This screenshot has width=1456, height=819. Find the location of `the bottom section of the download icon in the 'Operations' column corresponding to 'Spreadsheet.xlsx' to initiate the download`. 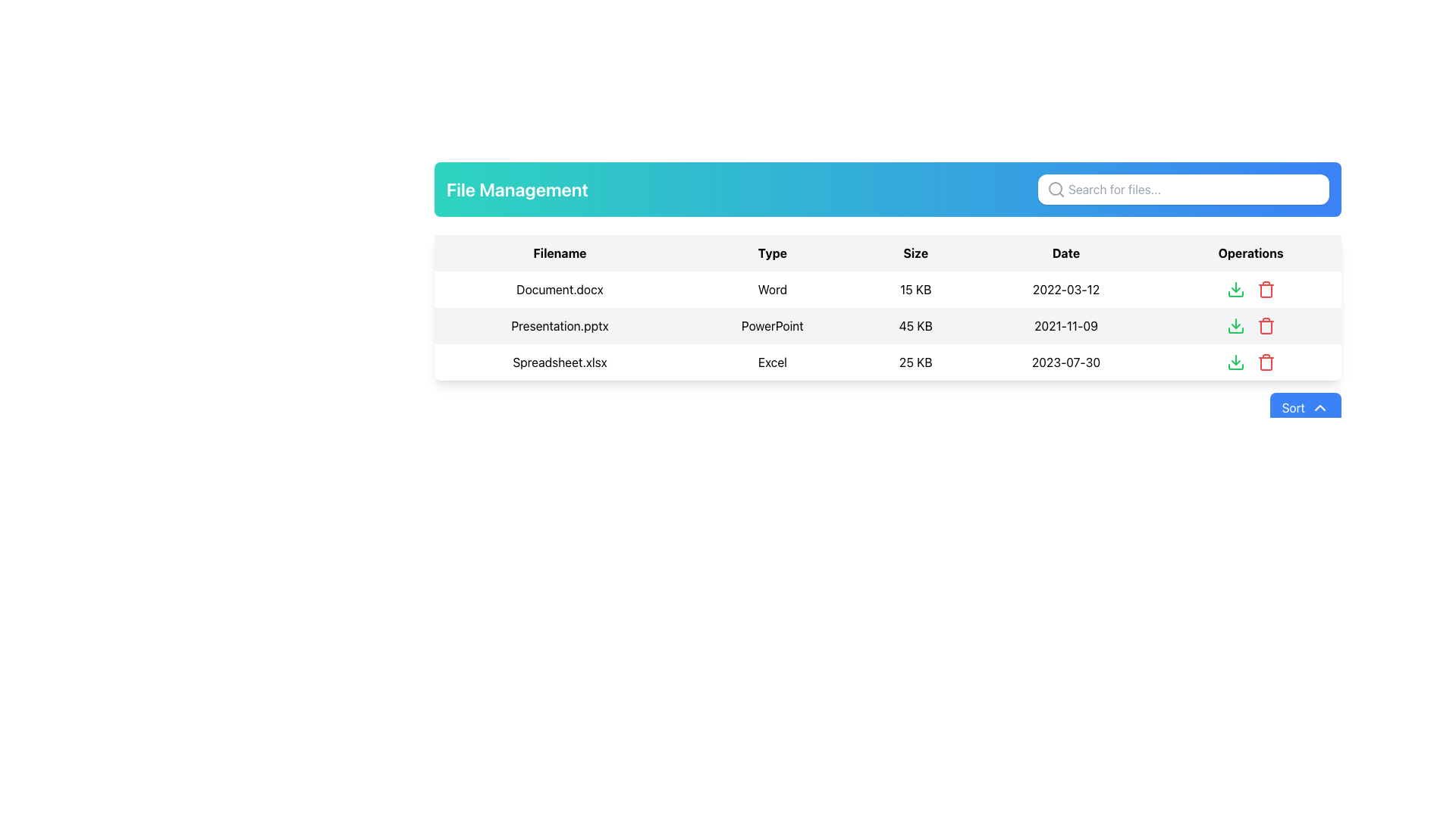

the bottom section of the download icon in the 'Operations' column corresponding to 'Spreadsheet.xlsx' to initiate the download is located at coordinates (1235, 366).